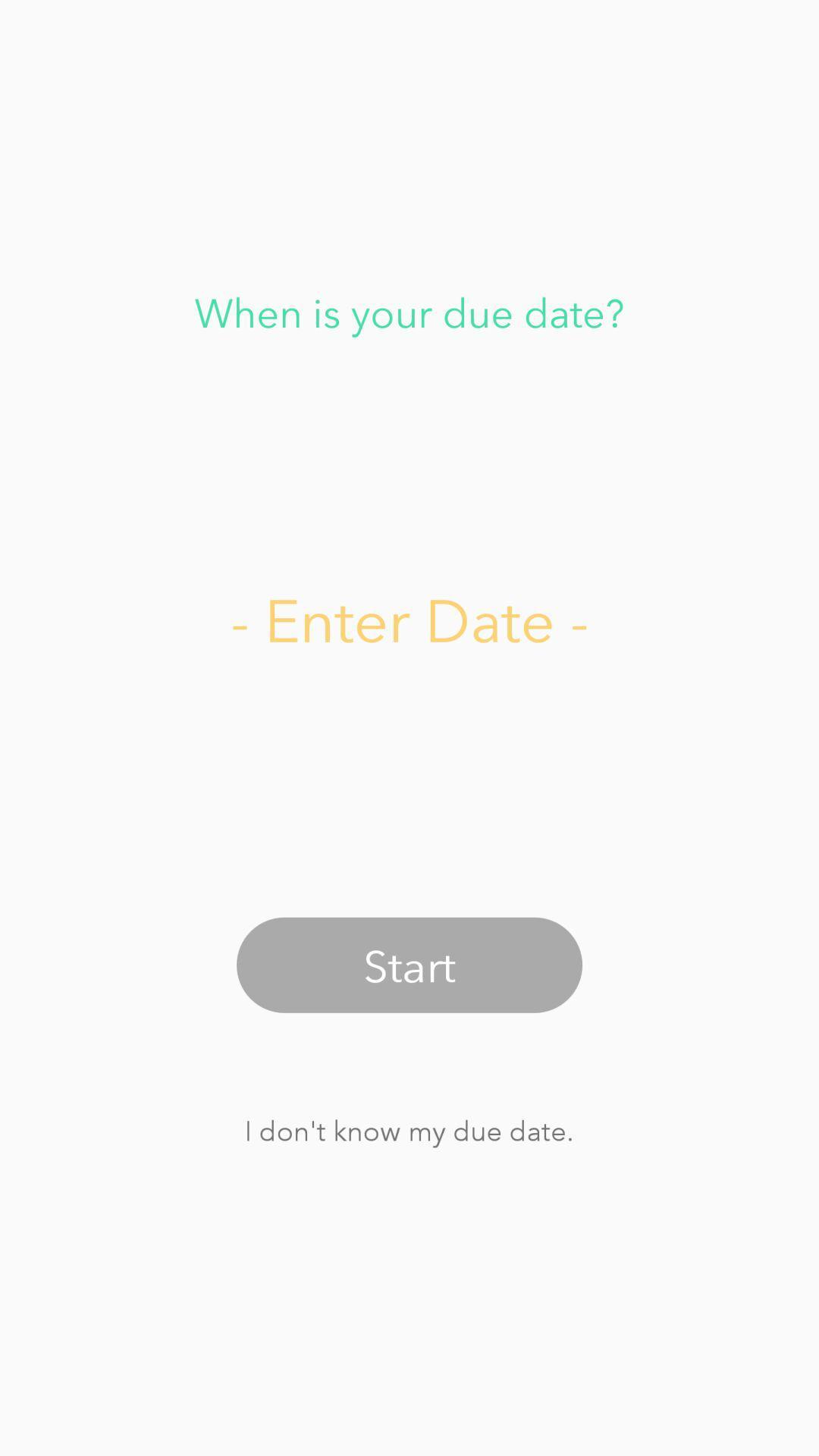 This screenshot has height=1456, width=819. What do you see at coordinates (409, 619) in the screenshot?
I see `the - enter date -` at bounding box center [409, 619].